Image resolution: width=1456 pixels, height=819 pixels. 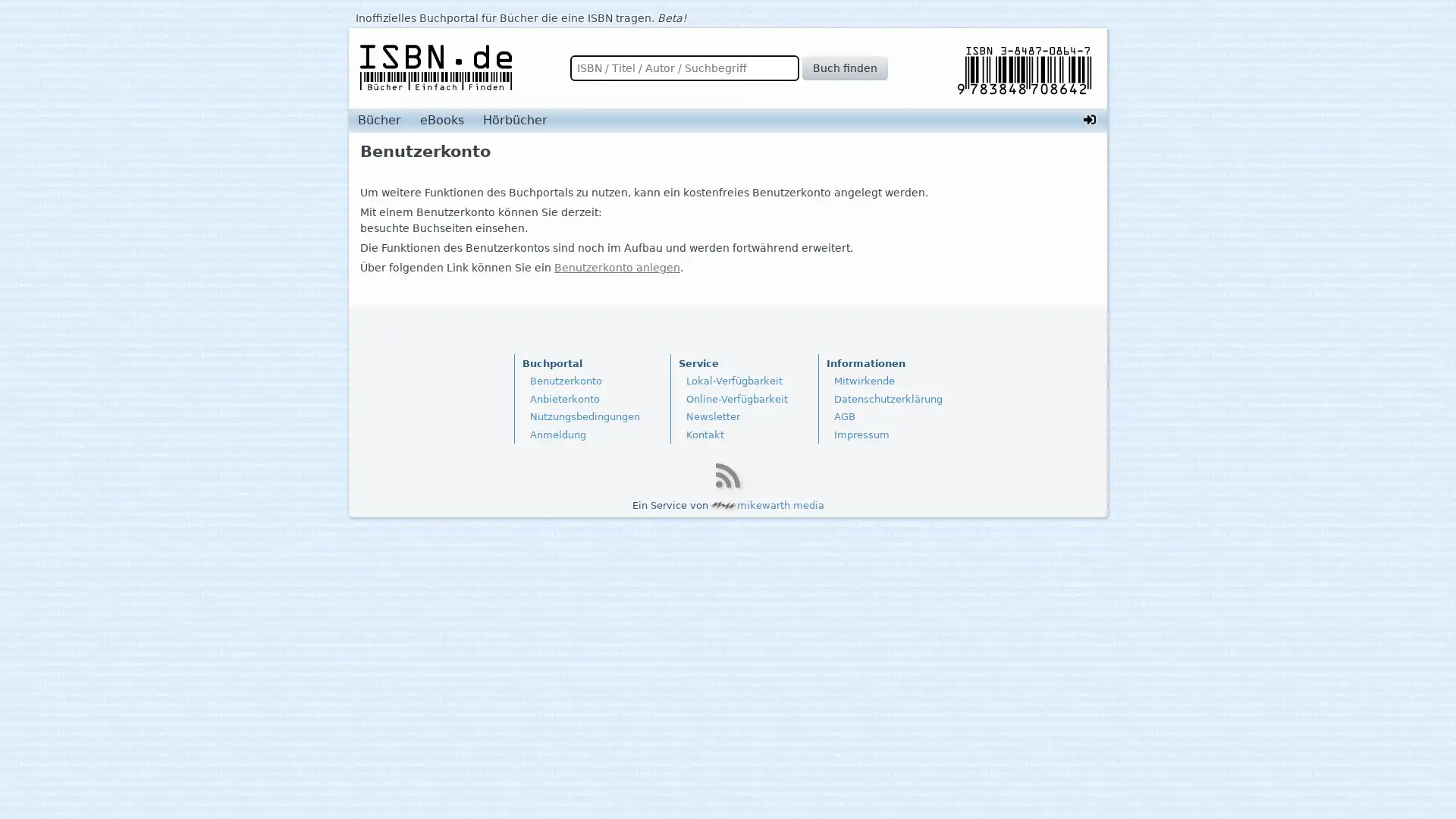 I want to click on Buch finden, so click(x=843, y=67).